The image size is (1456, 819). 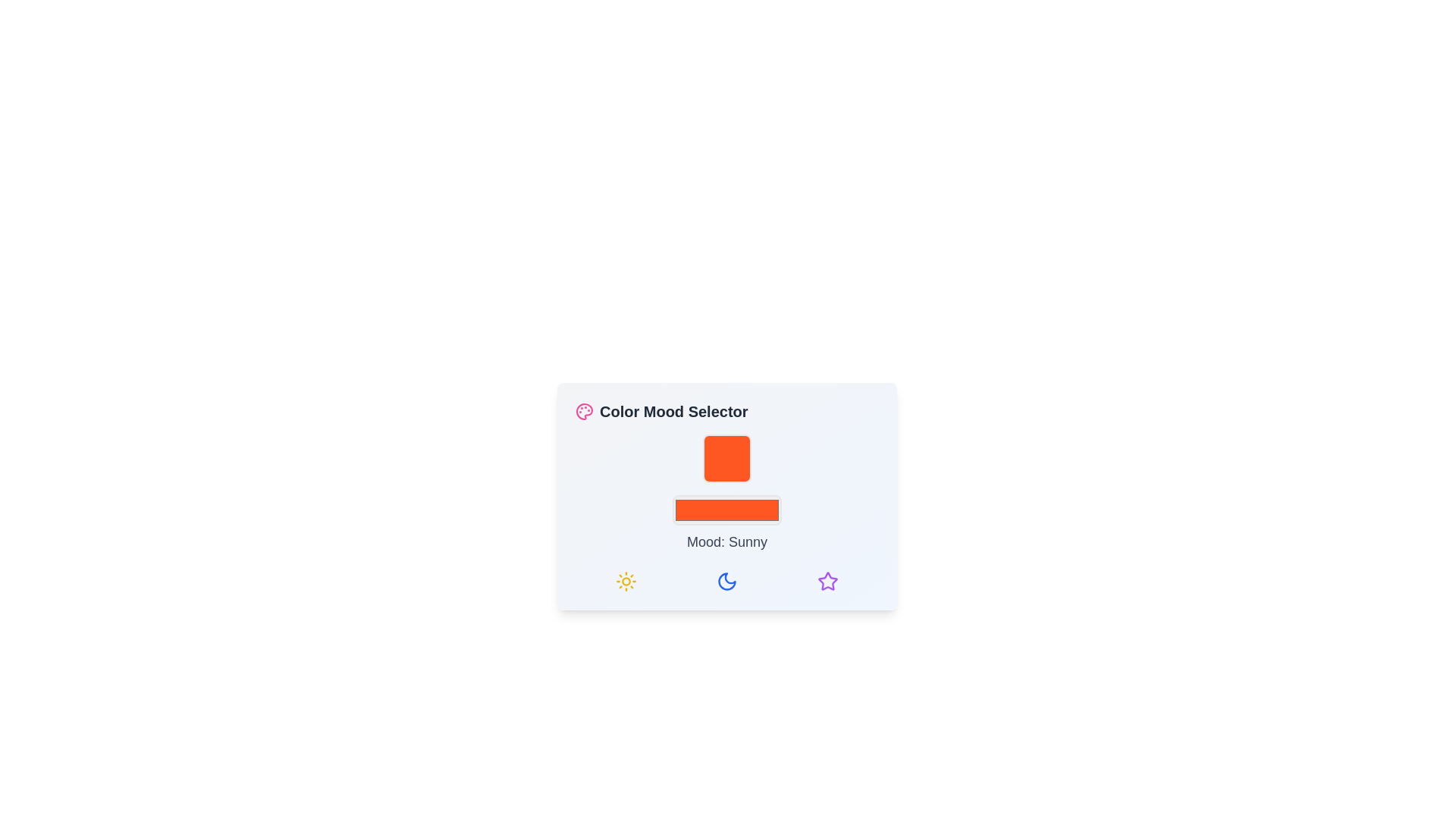 I want to click on the circular center of the sun icon located at the bottom-left corner of the interface, so click(x=626, y=581).